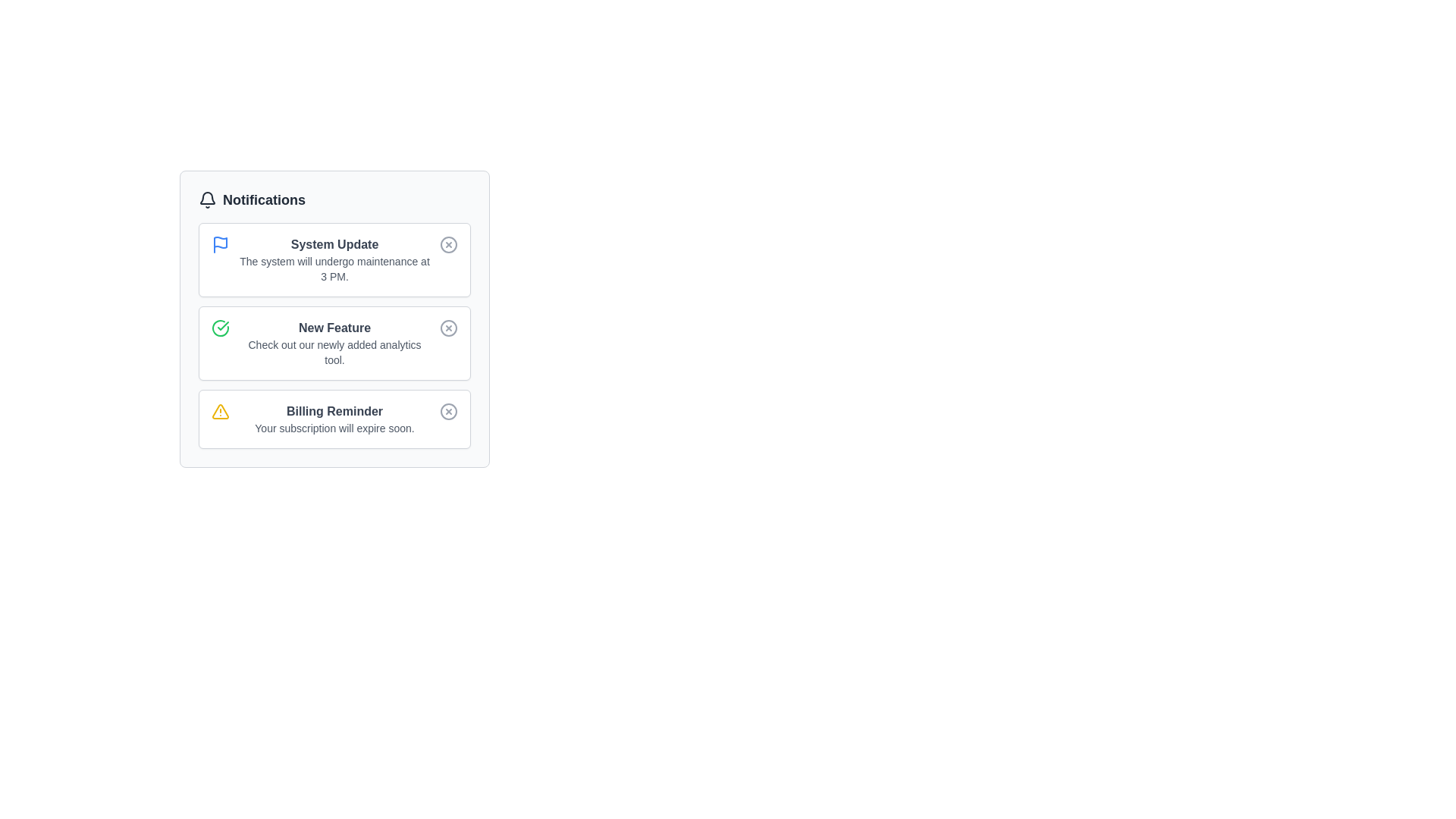  Describe the element at coordinates (447, 412) in the screenshot. I see `the circular icon within the 'Billing Reminder' notification card, which indicates an action related to dismissing or closing the notification` at that location.